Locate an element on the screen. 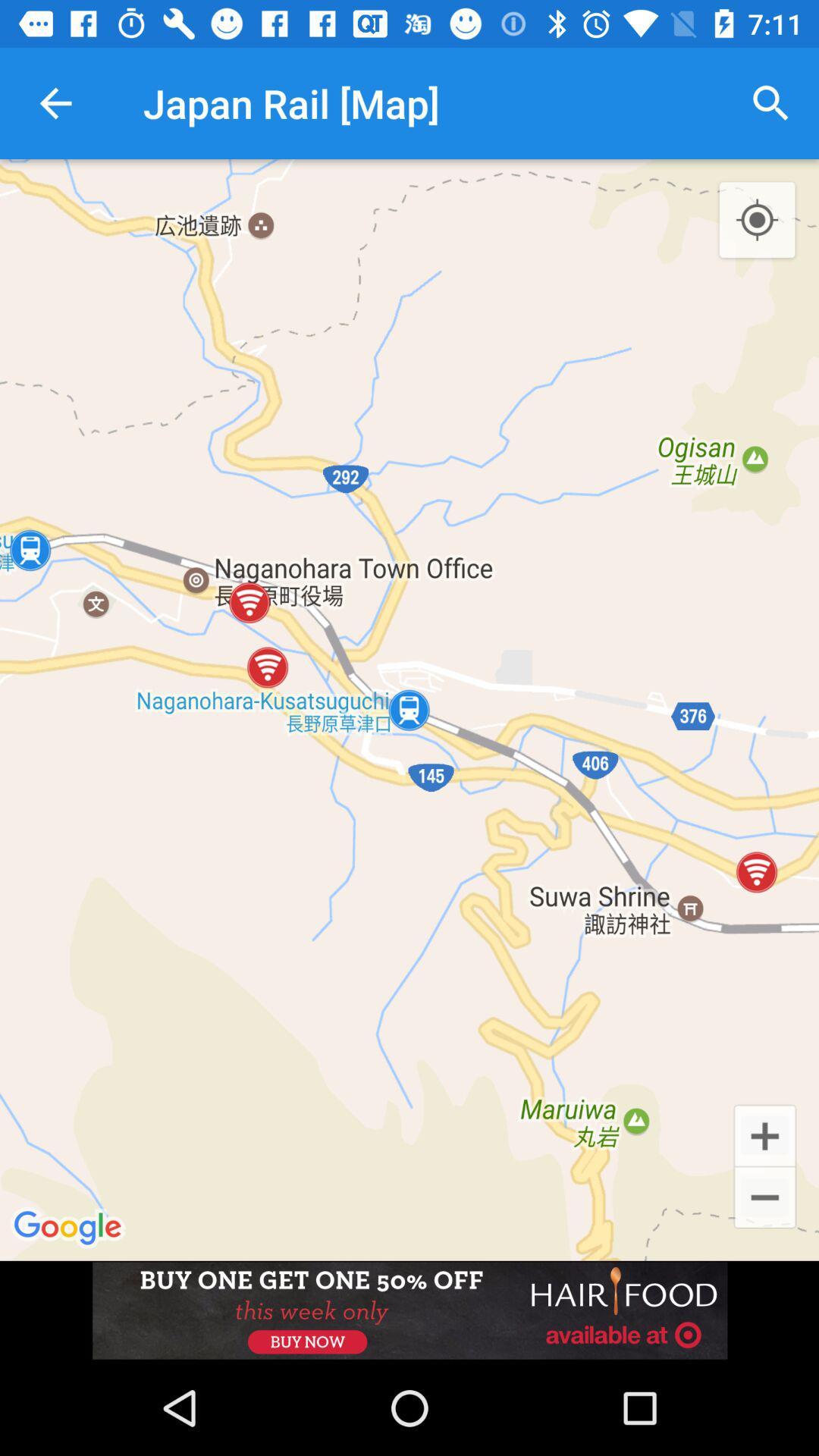 Image resolution: width=819 pixels, height=1456 pixels. zoom in is located at coordinates (764, 1135).